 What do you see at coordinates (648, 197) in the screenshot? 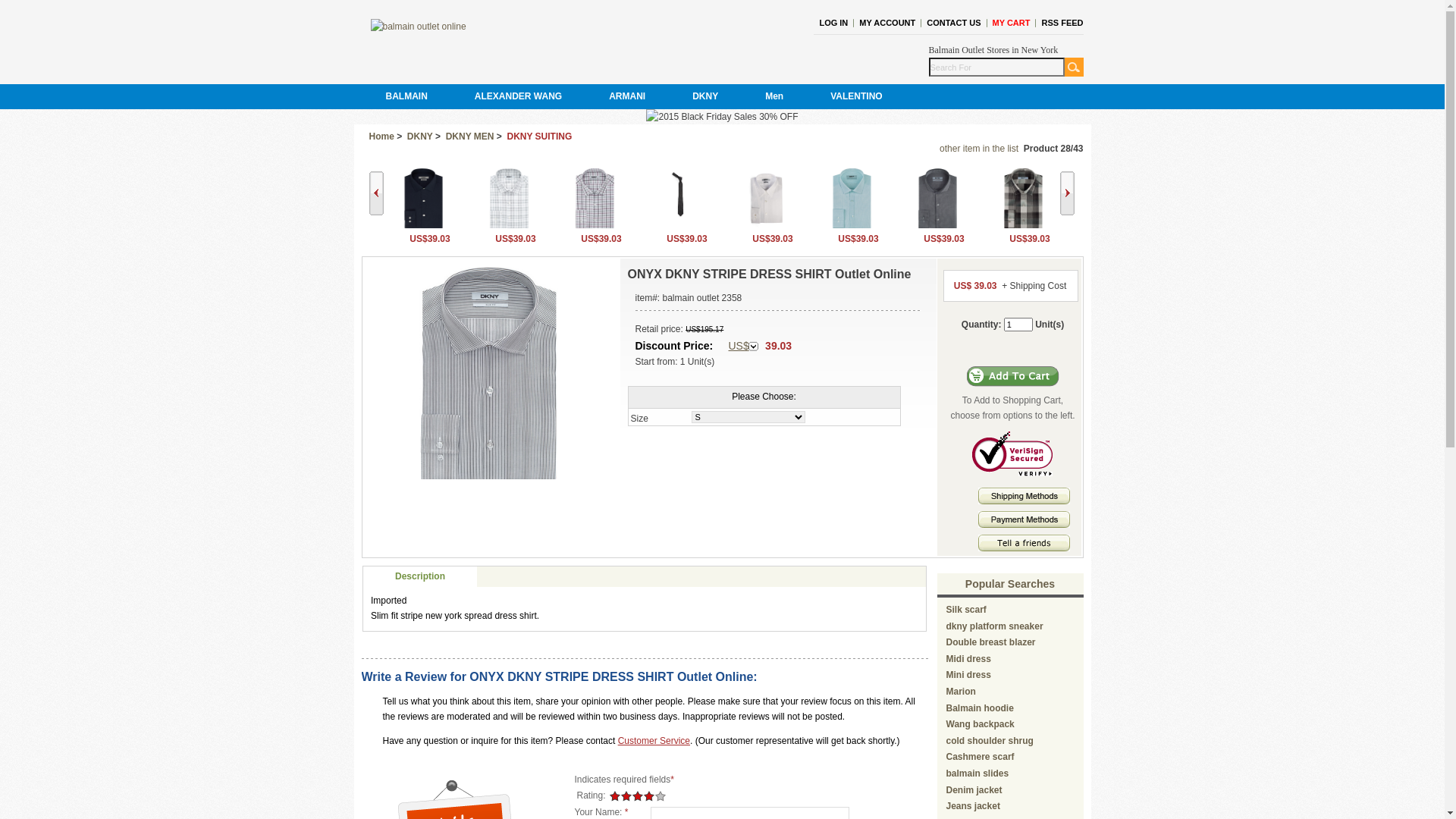
I see `' CEMENT DKNY TWEED TIE Outlet Online '` at bounding box center [648, 197].